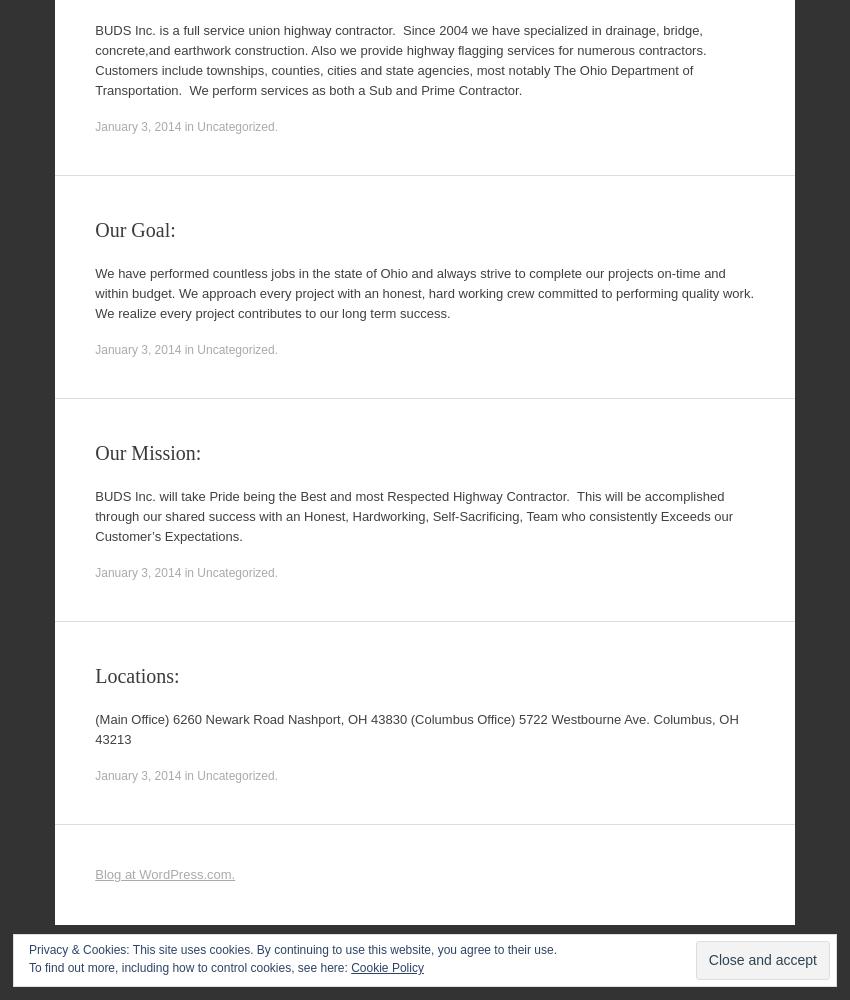 The image size is (850, 1000). What do you see at coordinates (188, 967) in the screenshot?
I see `'To find out more, including how to control cookies, see here:'` at bounding box center [188, 967].